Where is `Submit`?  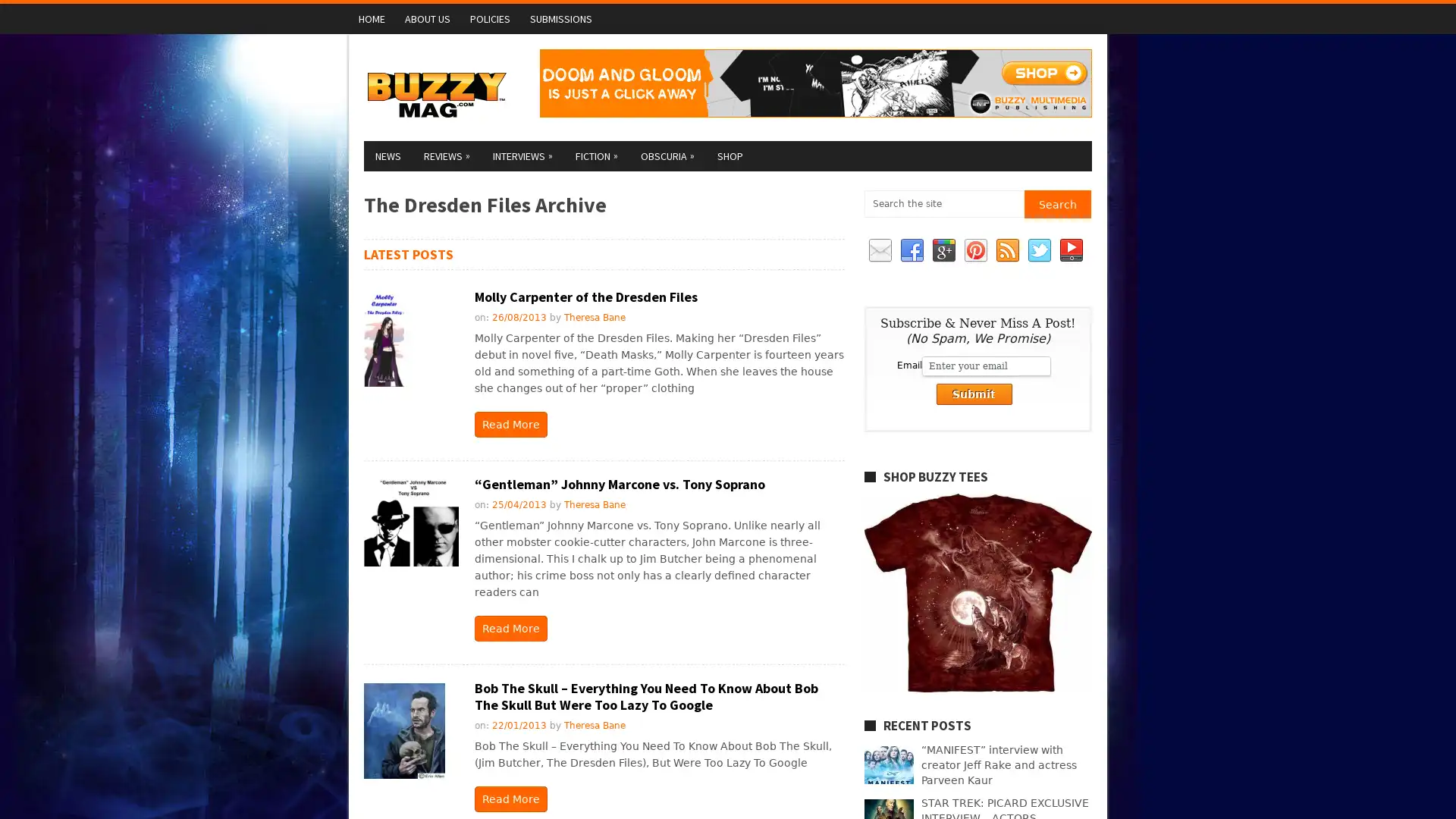
Submit is located at coordinates (973, 394).